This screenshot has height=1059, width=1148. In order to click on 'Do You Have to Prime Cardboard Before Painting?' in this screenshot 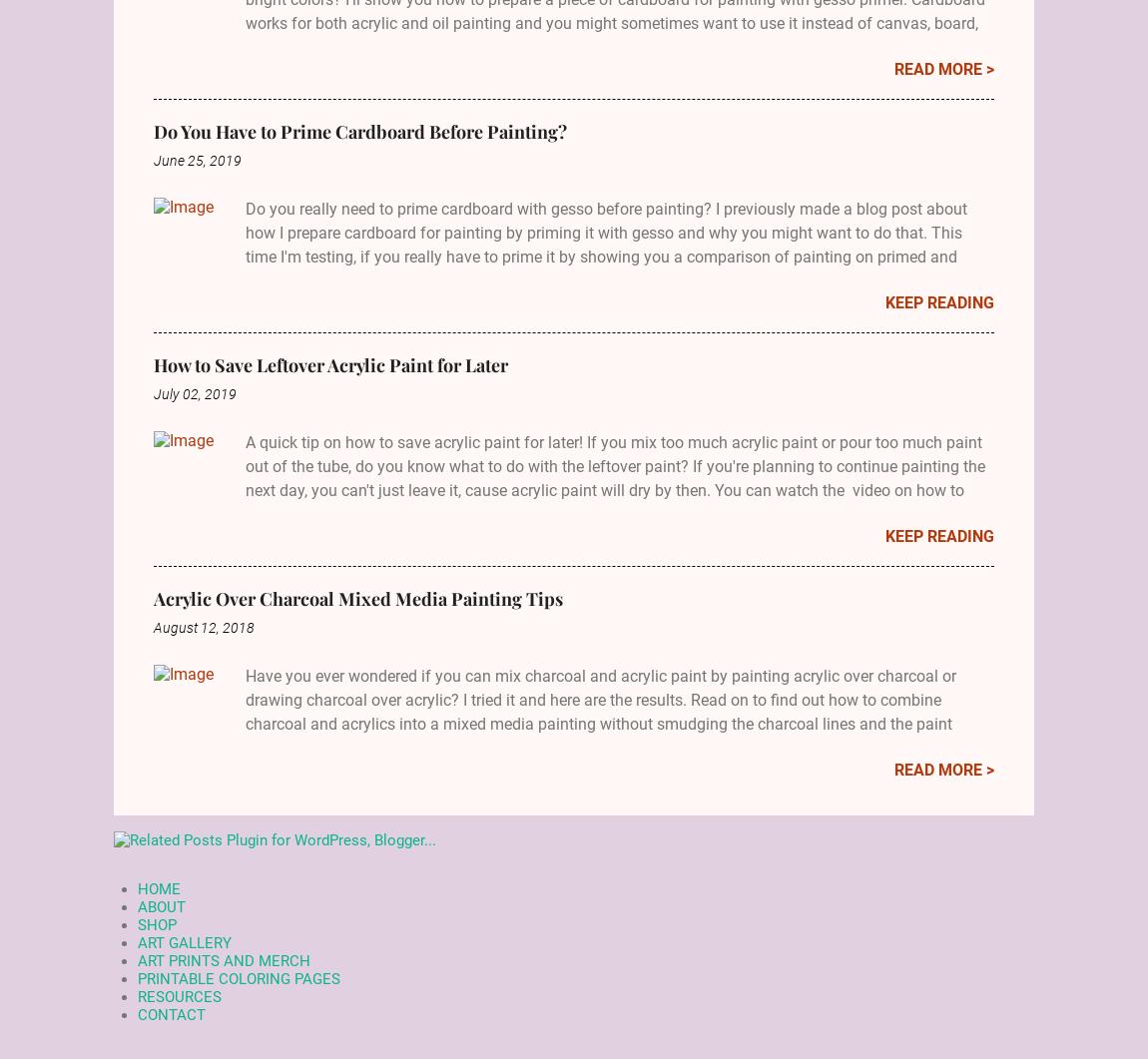, I will do `click(359, 131)`.